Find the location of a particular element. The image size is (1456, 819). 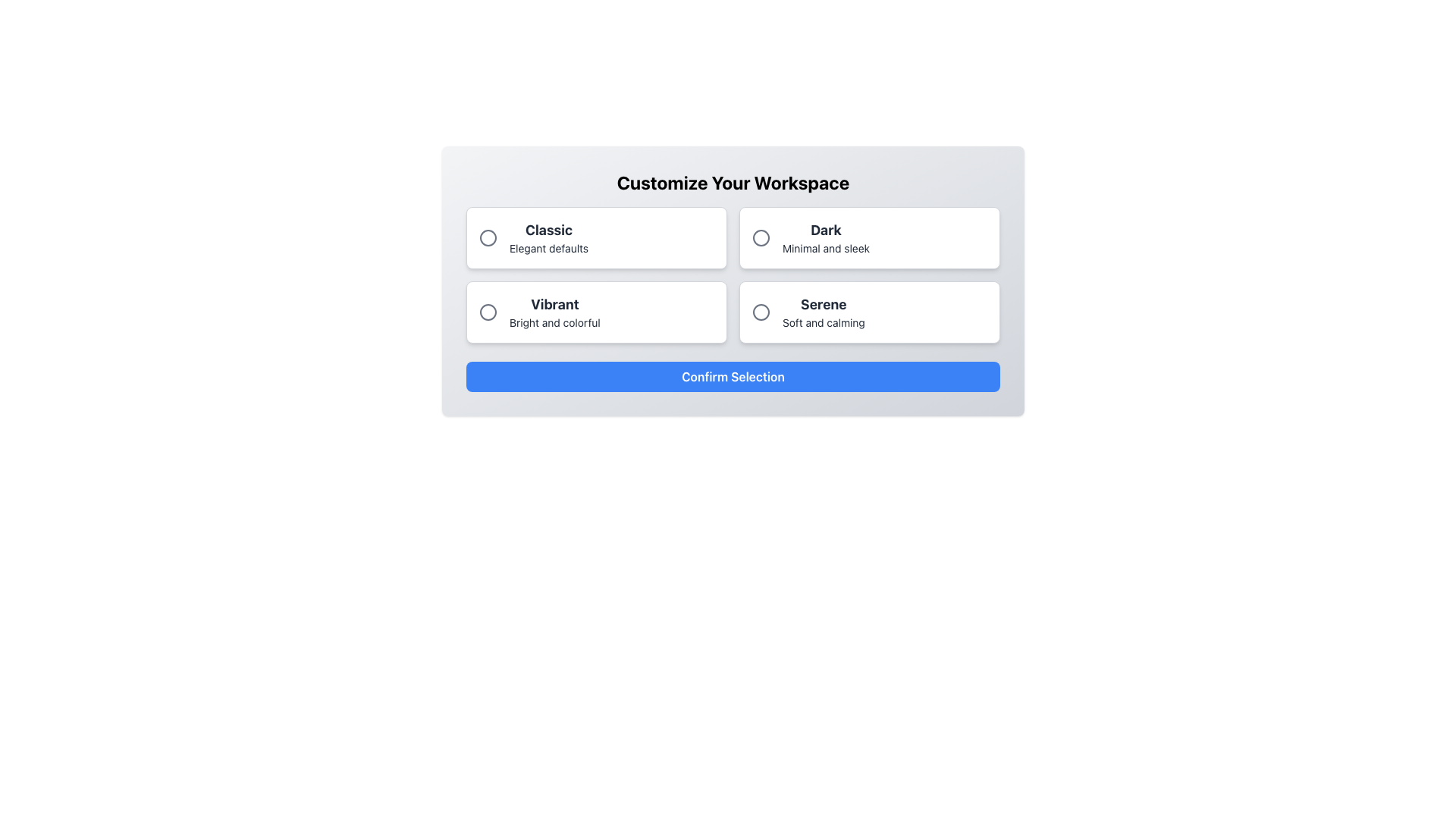

the Text Label that describes the 'Serene' workspace theme option, located below the 'Serene' label in the bottom-right quadrant of the workspace customization options grid is located at coordinates (823, 322).